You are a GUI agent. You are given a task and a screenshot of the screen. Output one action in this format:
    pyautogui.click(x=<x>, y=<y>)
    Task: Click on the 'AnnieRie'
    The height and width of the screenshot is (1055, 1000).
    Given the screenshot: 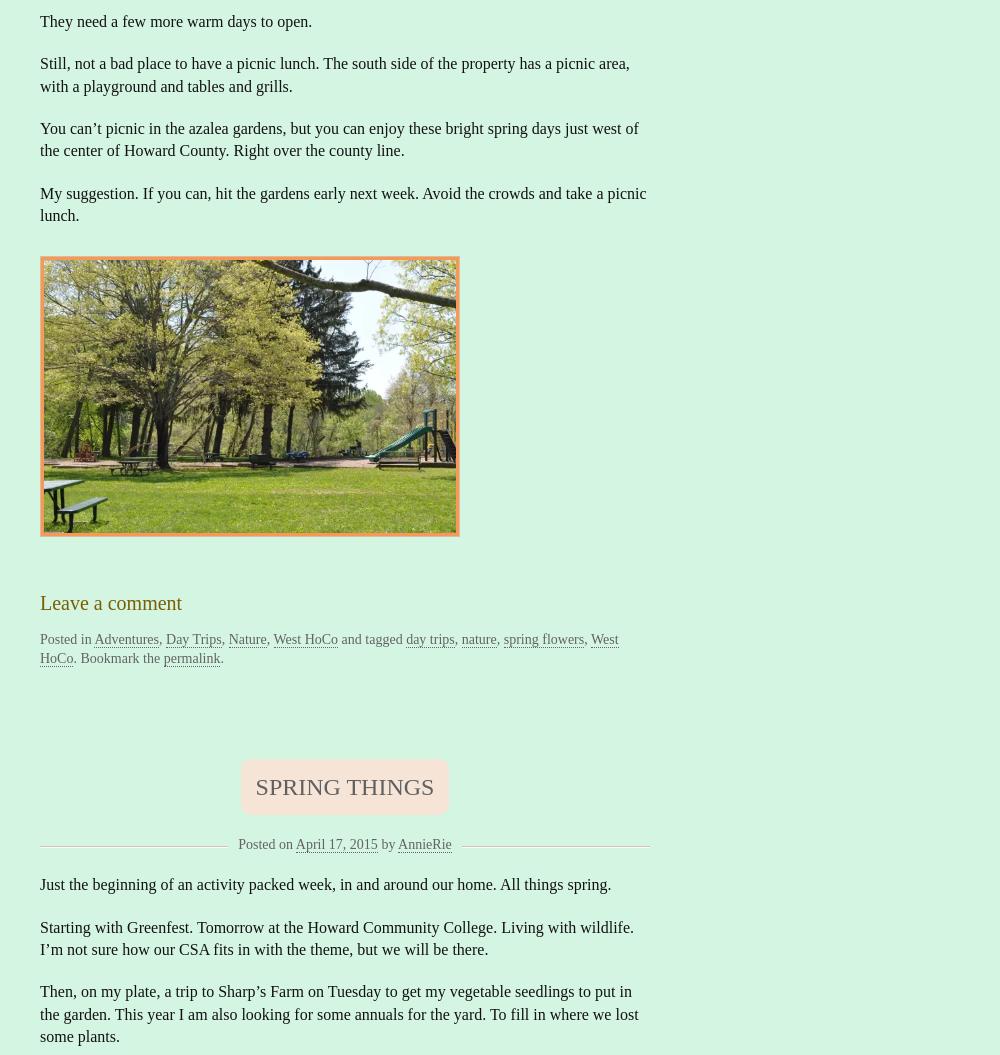 What is the action you would take?
    pyautogui.click(x=424, y=843)
    